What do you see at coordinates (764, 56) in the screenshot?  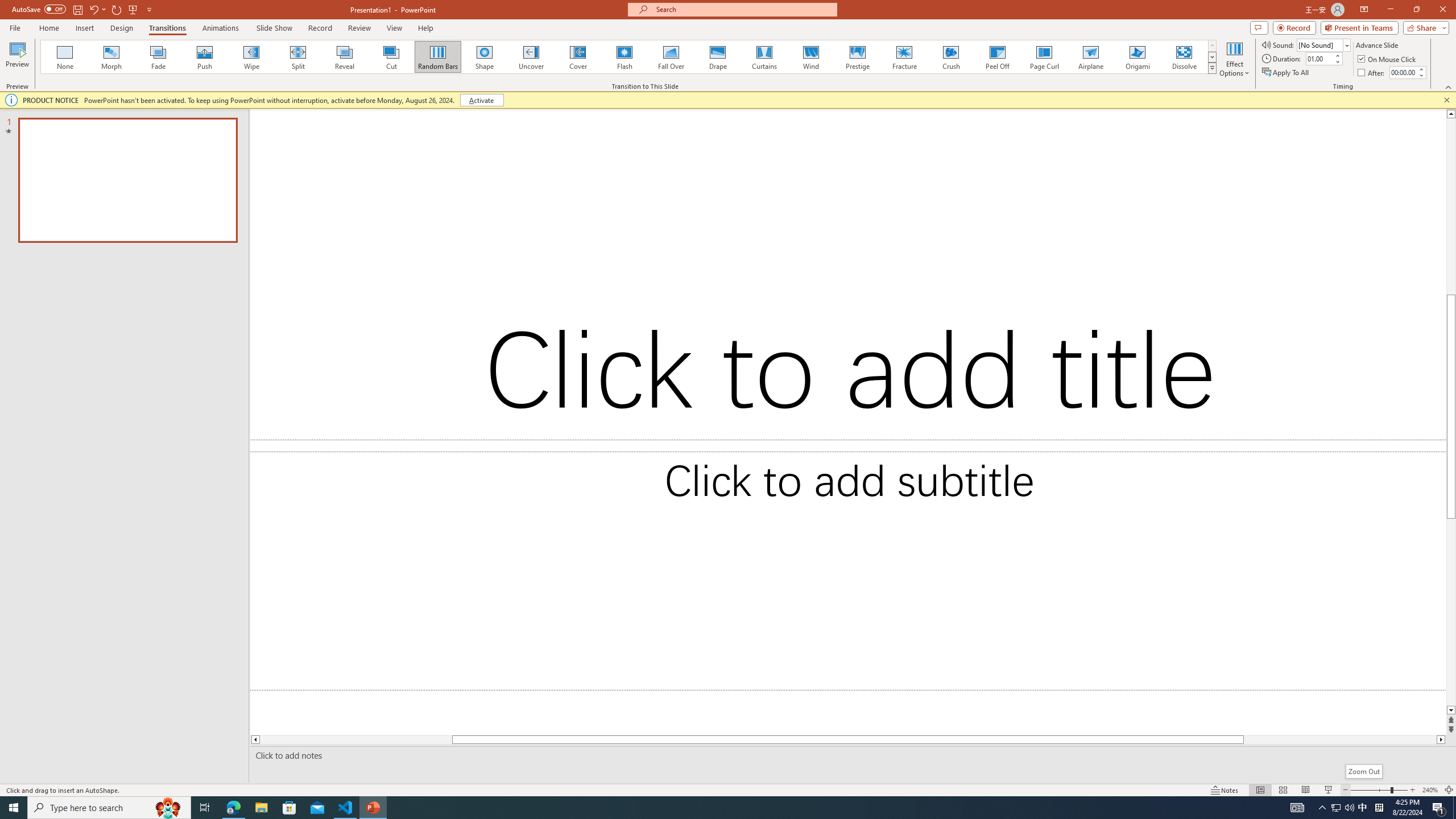 I see `'Curtains'` at bounding box center [764, 56].